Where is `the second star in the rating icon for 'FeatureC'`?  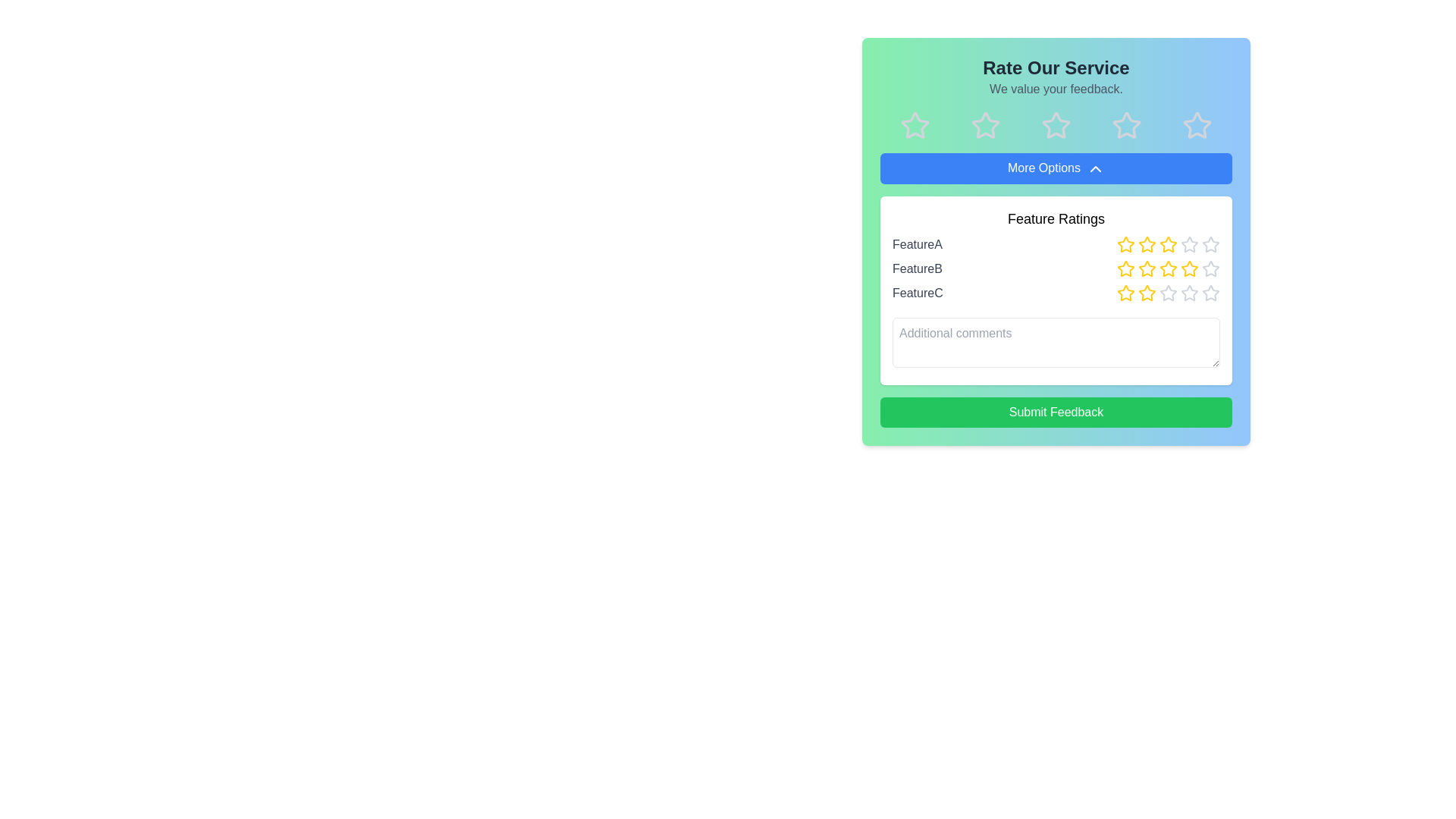 the second star in the rating icon for 'FeatureC' is located at coordinates (1125, 293).